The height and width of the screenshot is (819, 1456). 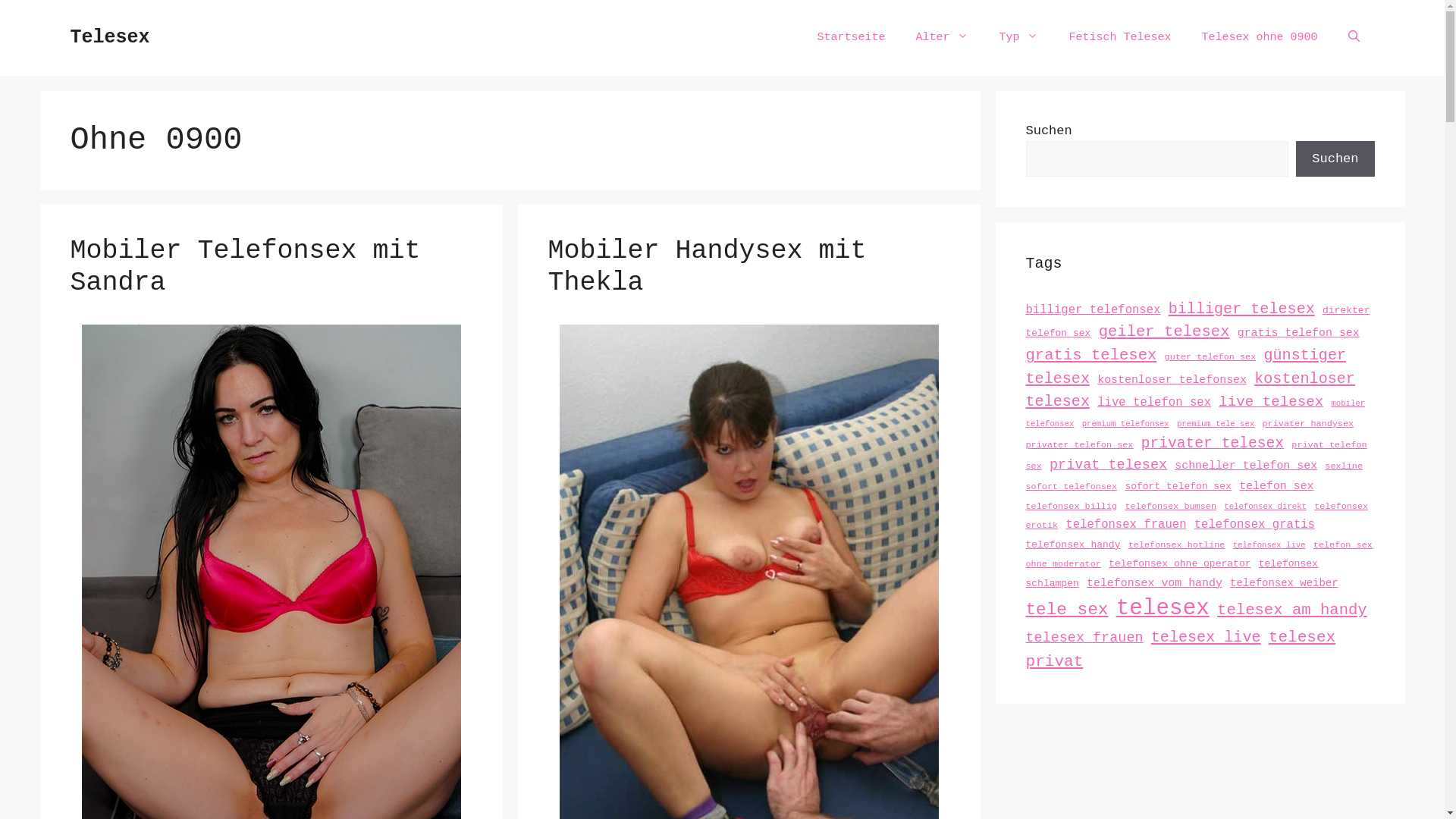 I want to click on 'kostenloser telefonsex', so click(x=1171, y=379).